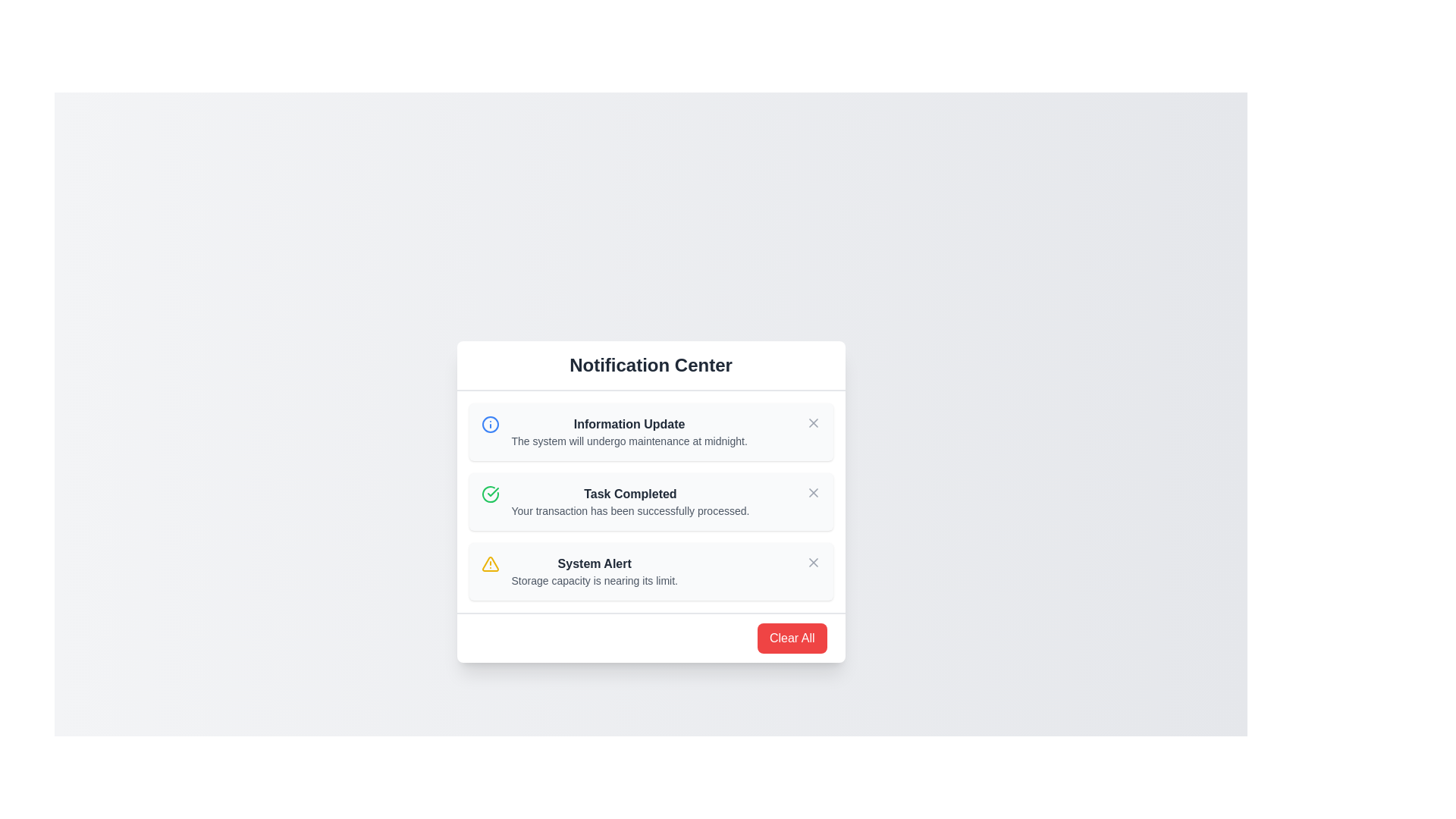 This screenshot has width=1456, height=819. What do you see at coordinates (629, 424) in the screenshot?
I see `text from the 'Information Update' label, which is a bold dark gray textual label located at the upper part of the notification card within the 'Notification Center'` at bounding box center [629, 424].